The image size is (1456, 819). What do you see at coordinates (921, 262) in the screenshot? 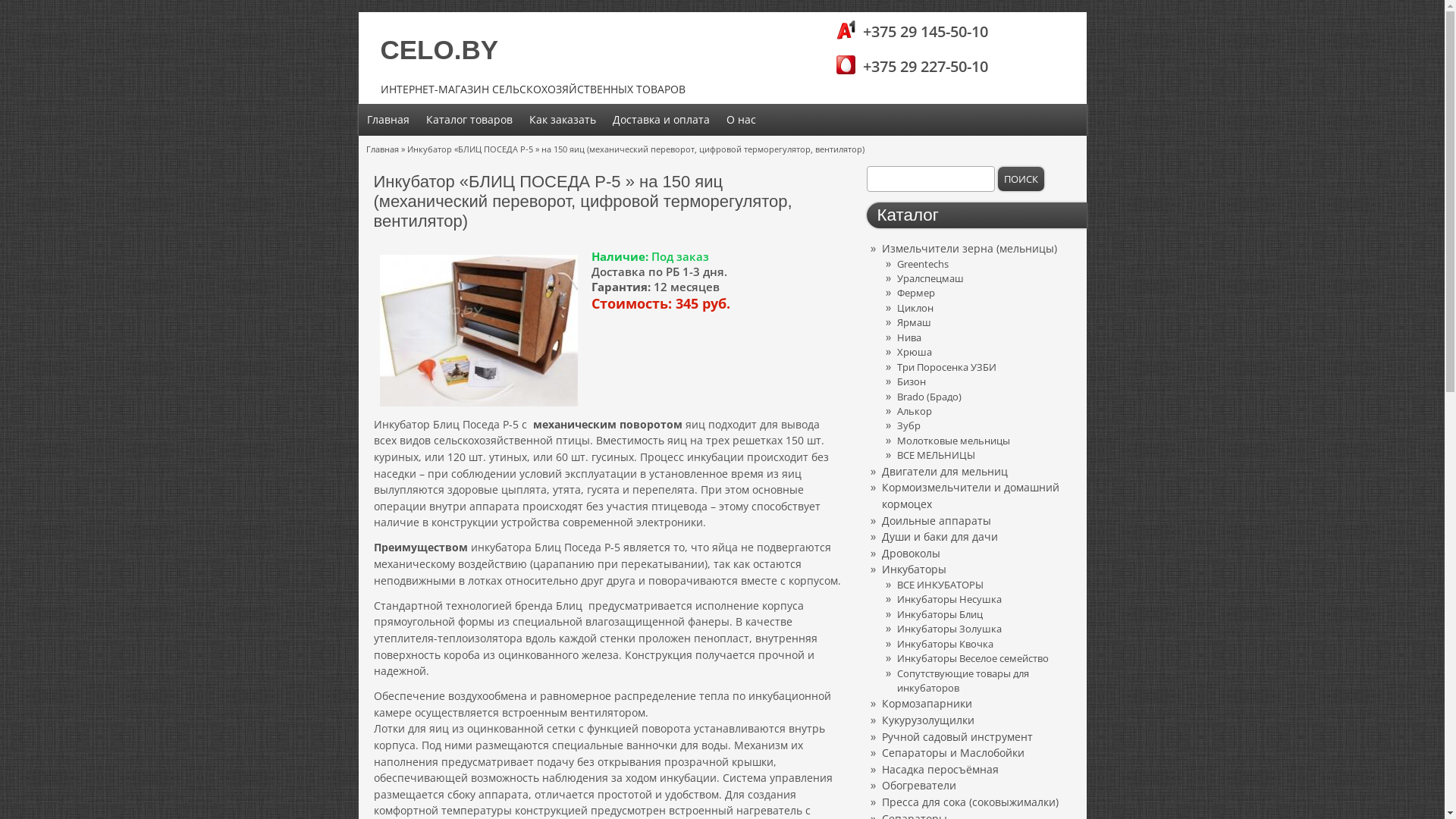
I see `'Greentechs'` at bounding box center [921, 262].